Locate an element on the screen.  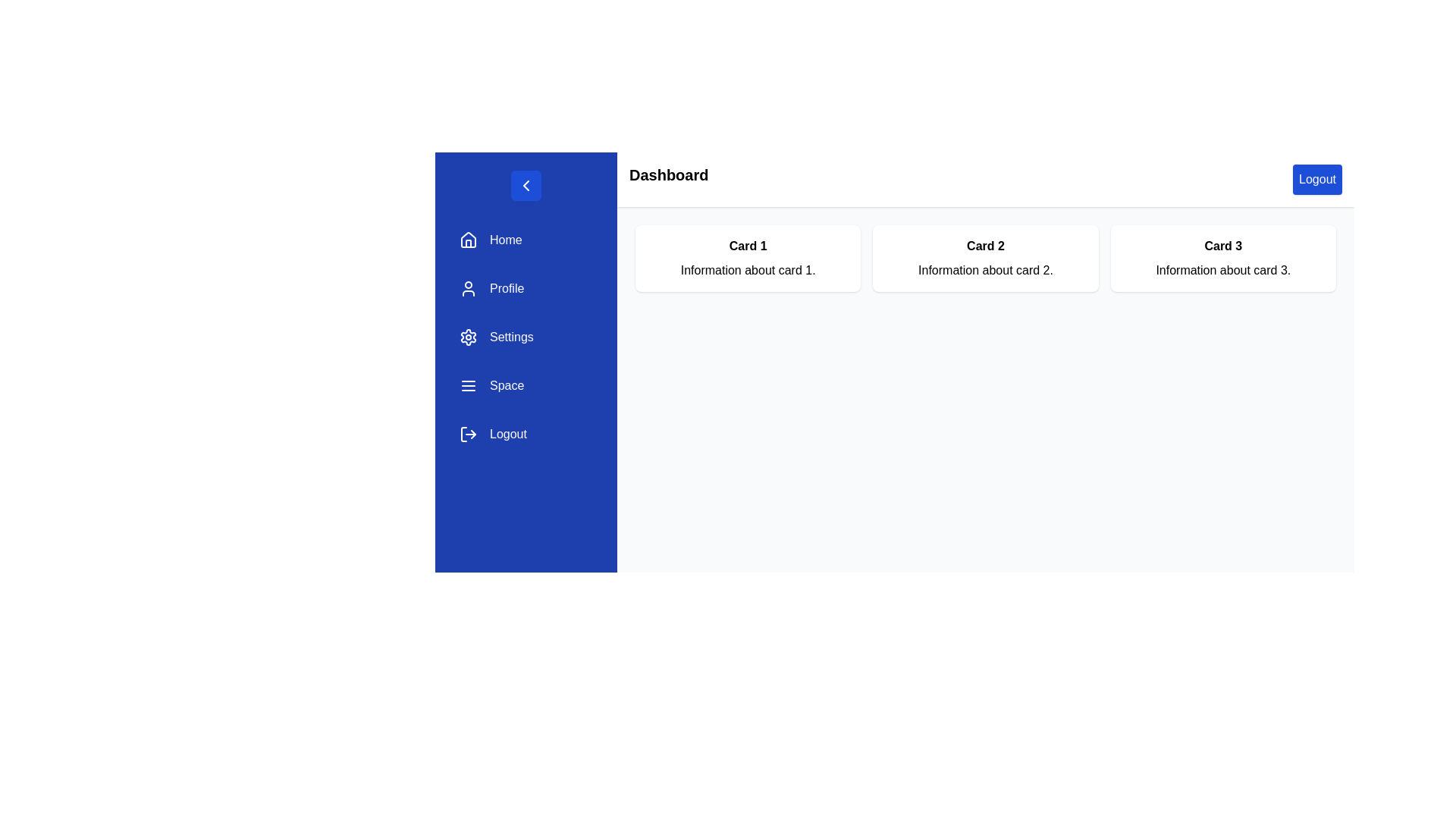
the 'Home' label that serves as a navigation option, positioned to the right of a house icon in the vertical menu is located at coordinates (506, 239).